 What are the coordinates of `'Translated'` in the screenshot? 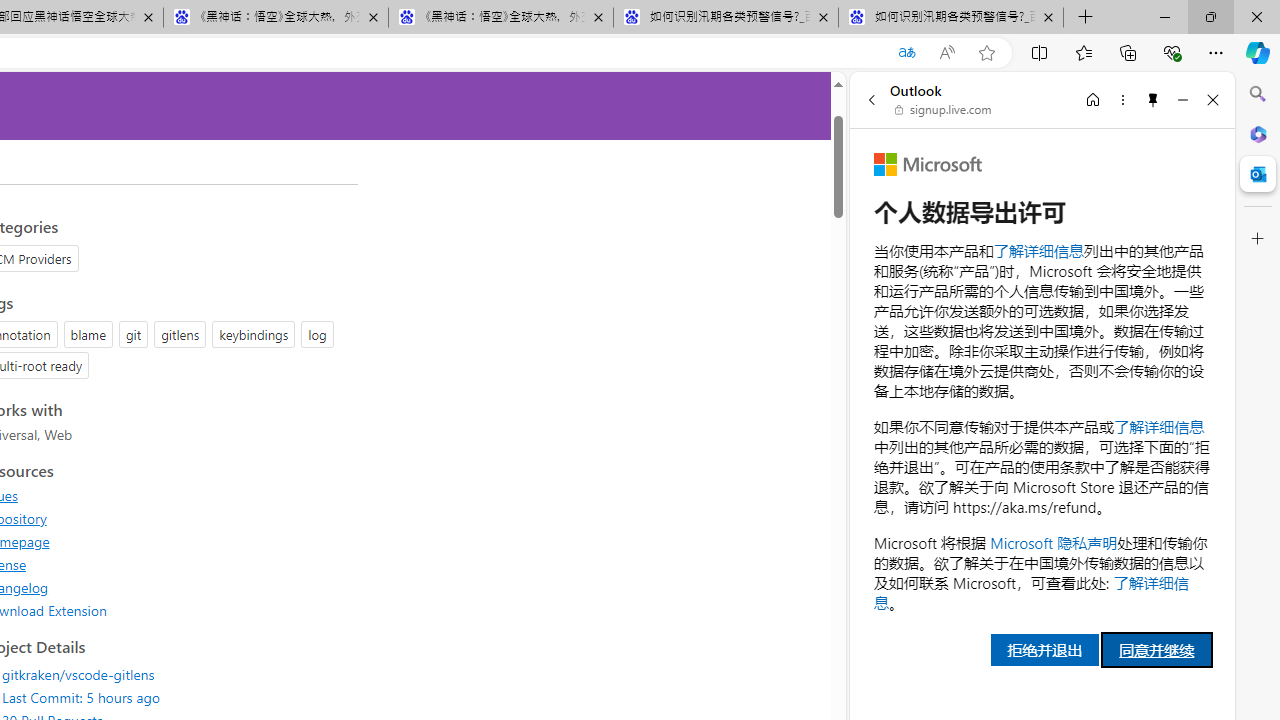 It's located at (905, 52).